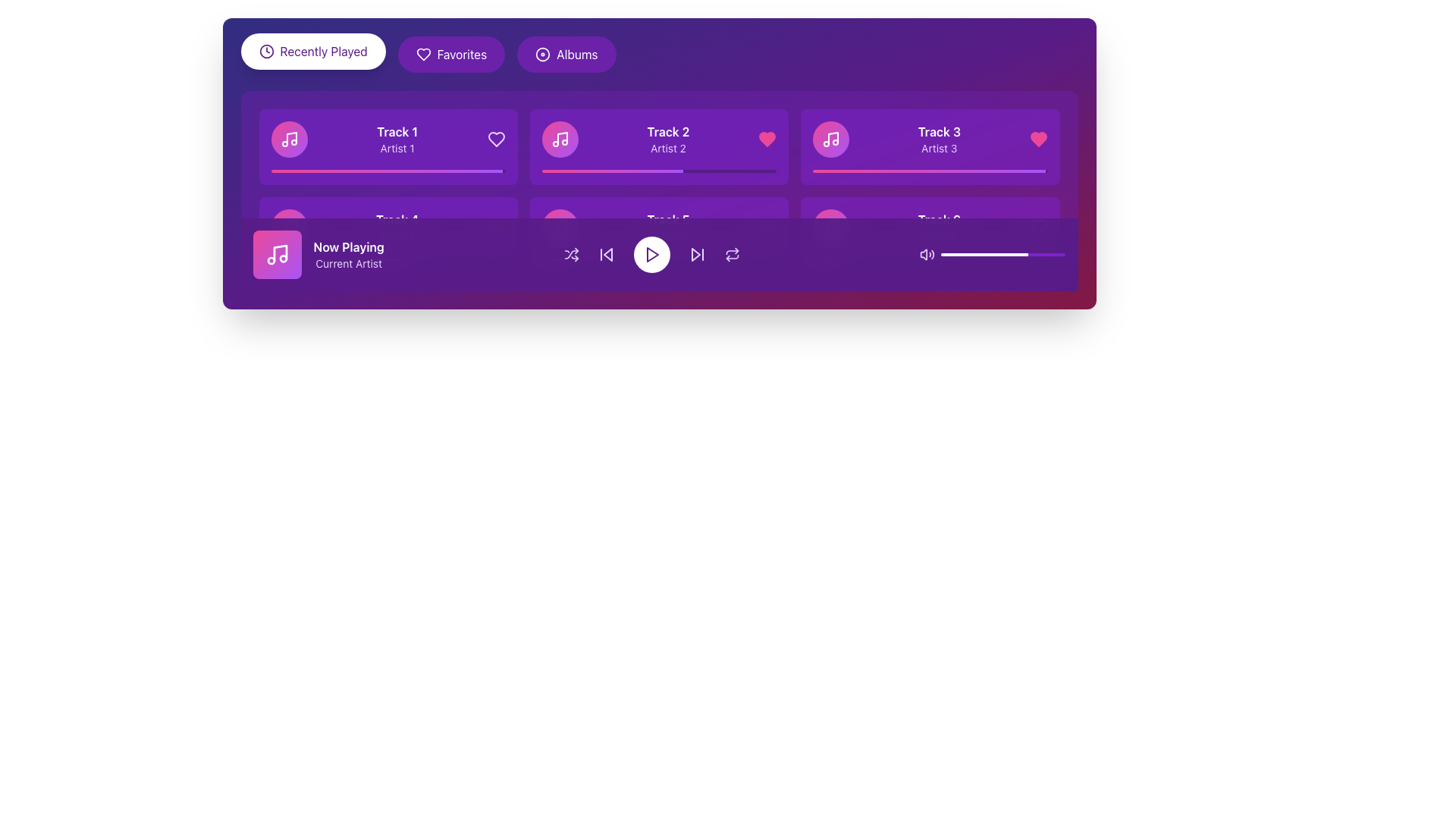  I want to click on the heart-shaped icon button located to the right of the title and artist name of 'Track 1', so click(423, 54).